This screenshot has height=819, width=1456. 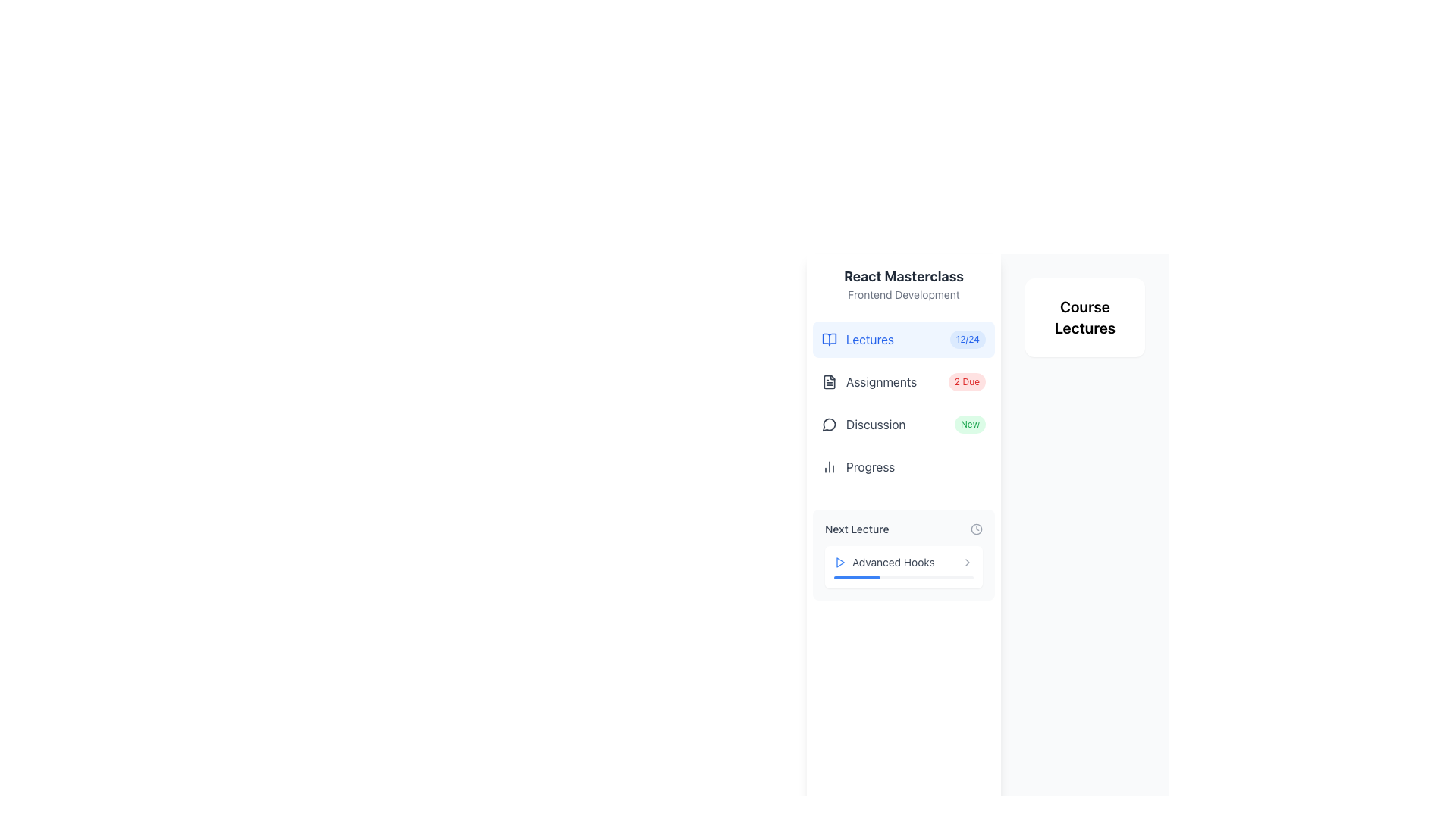 What do you see at coordinates (839, 562) in the screenshot?
I see `the play button located near the lower center of the interactive panel, next to the 'Advanced Hooks' text under the 'Next Lecture' section` at bounding box center [839, 562].